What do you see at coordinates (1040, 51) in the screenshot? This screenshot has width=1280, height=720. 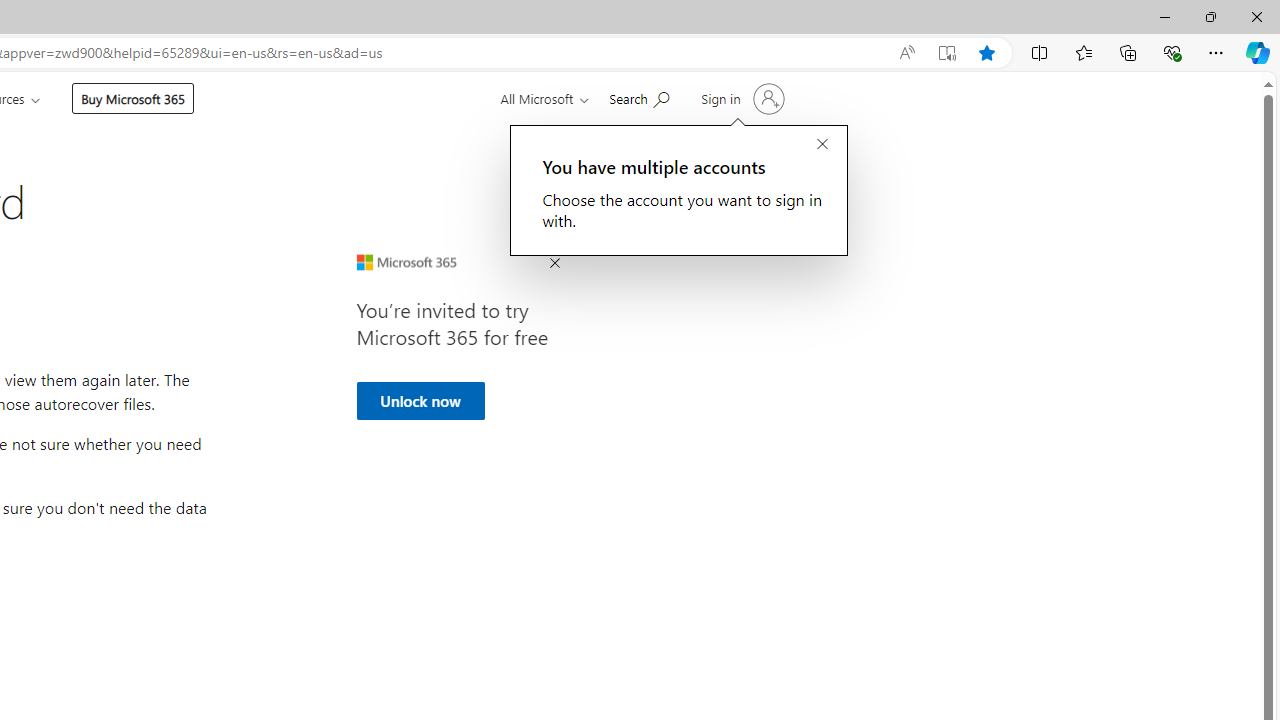 I see `'Split screen'` at bounding box center [1040, 51].